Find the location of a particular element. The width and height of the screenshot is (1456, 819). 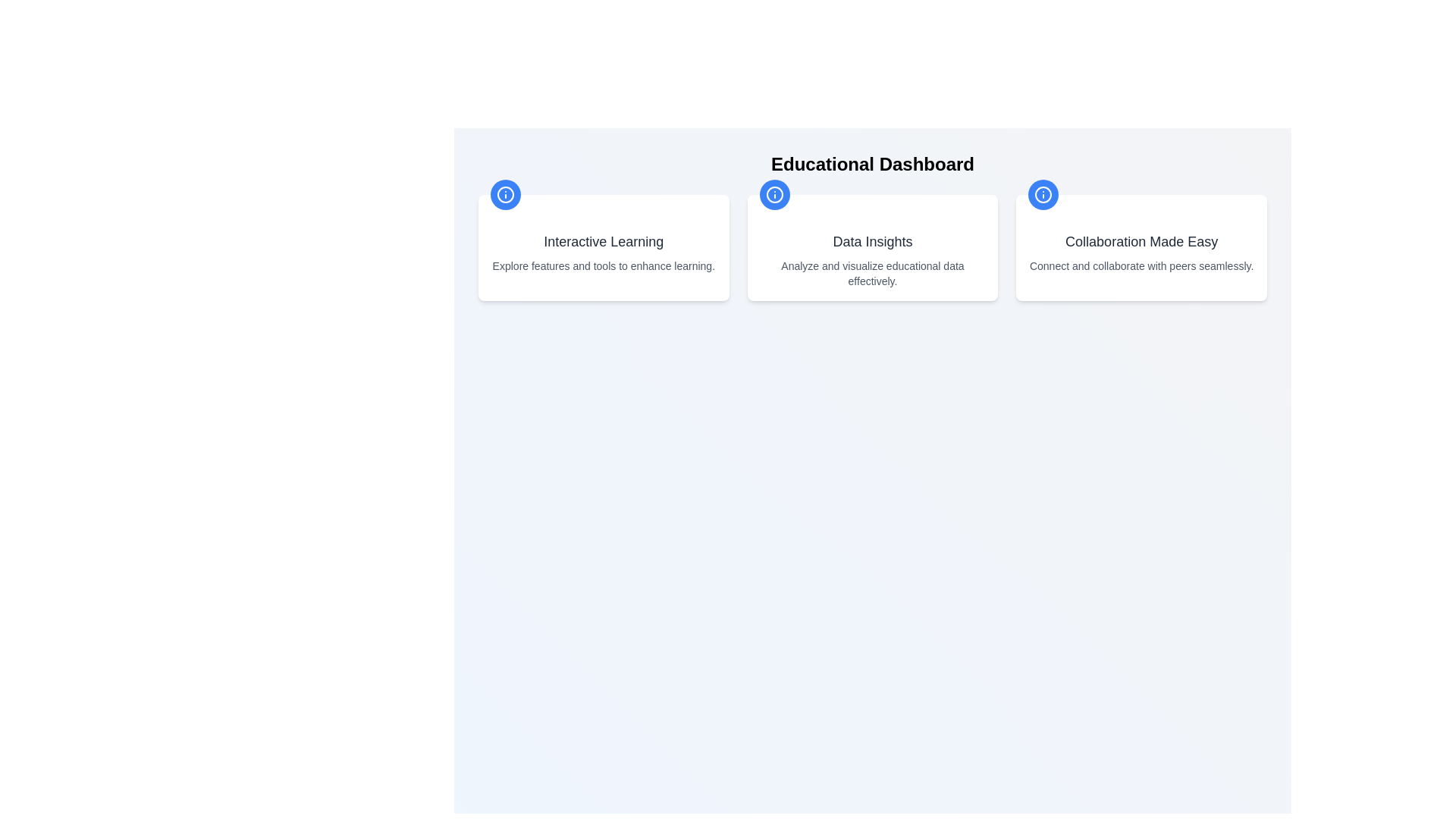

the descriptive text element located within the 'Data Insights' card, which provides information about the section's content and purpose is located at coordinates (873, 274).